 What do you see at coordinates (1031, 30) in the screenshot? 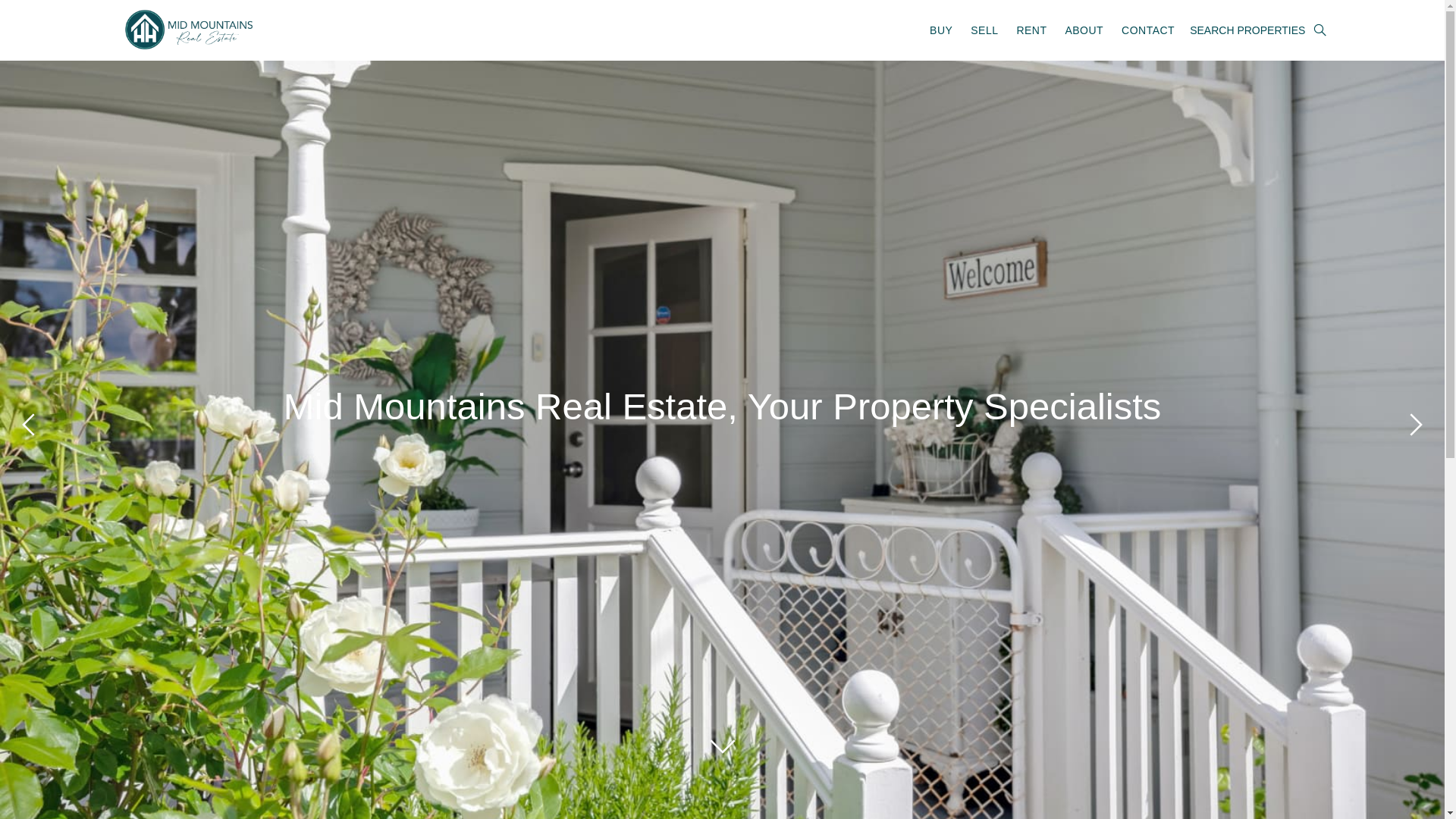
I see `'RENT'` at bounding box center [1031, 30].